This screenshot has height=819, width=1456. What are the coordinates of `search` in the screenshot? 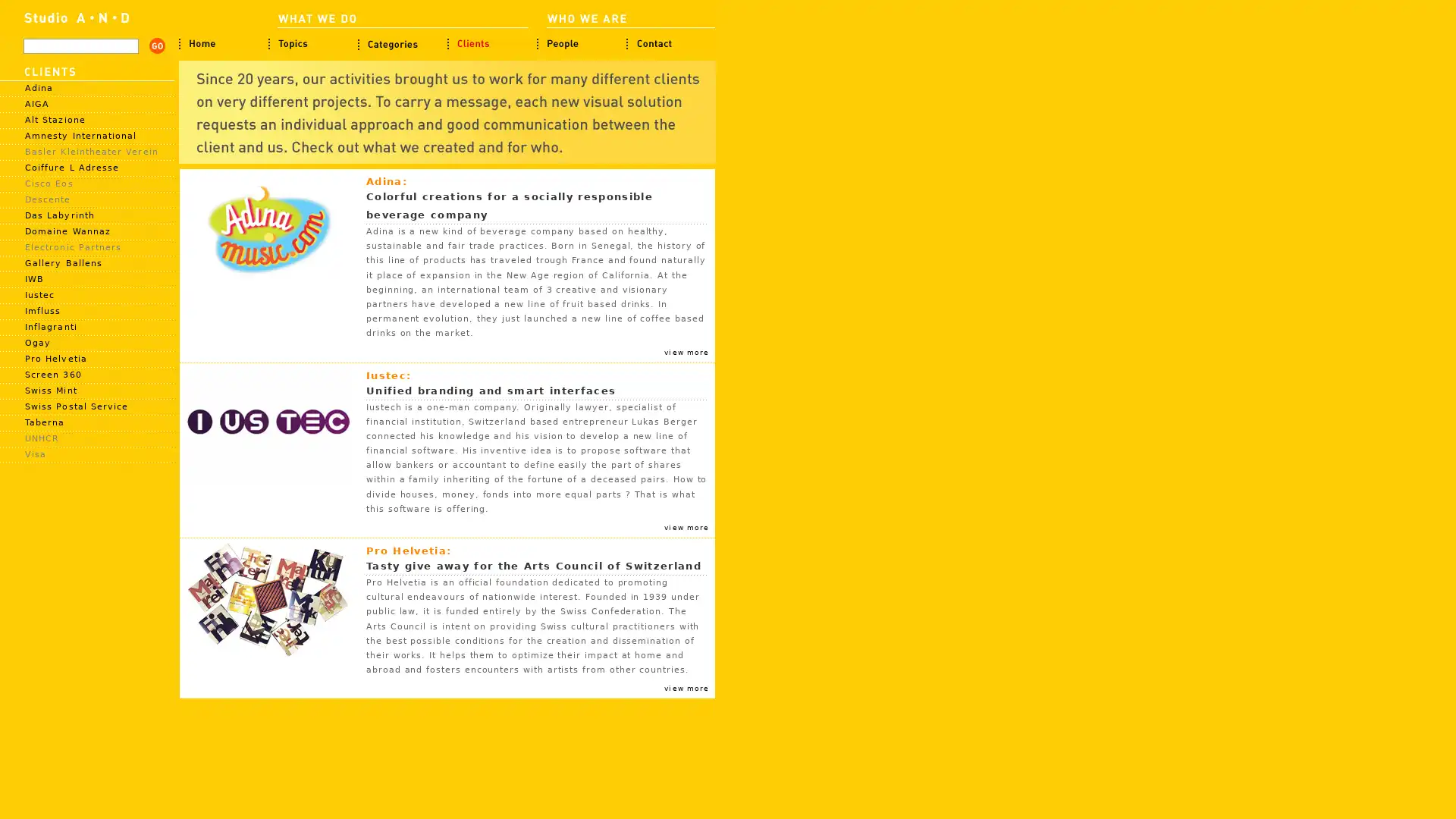 It's located at (156, 45).